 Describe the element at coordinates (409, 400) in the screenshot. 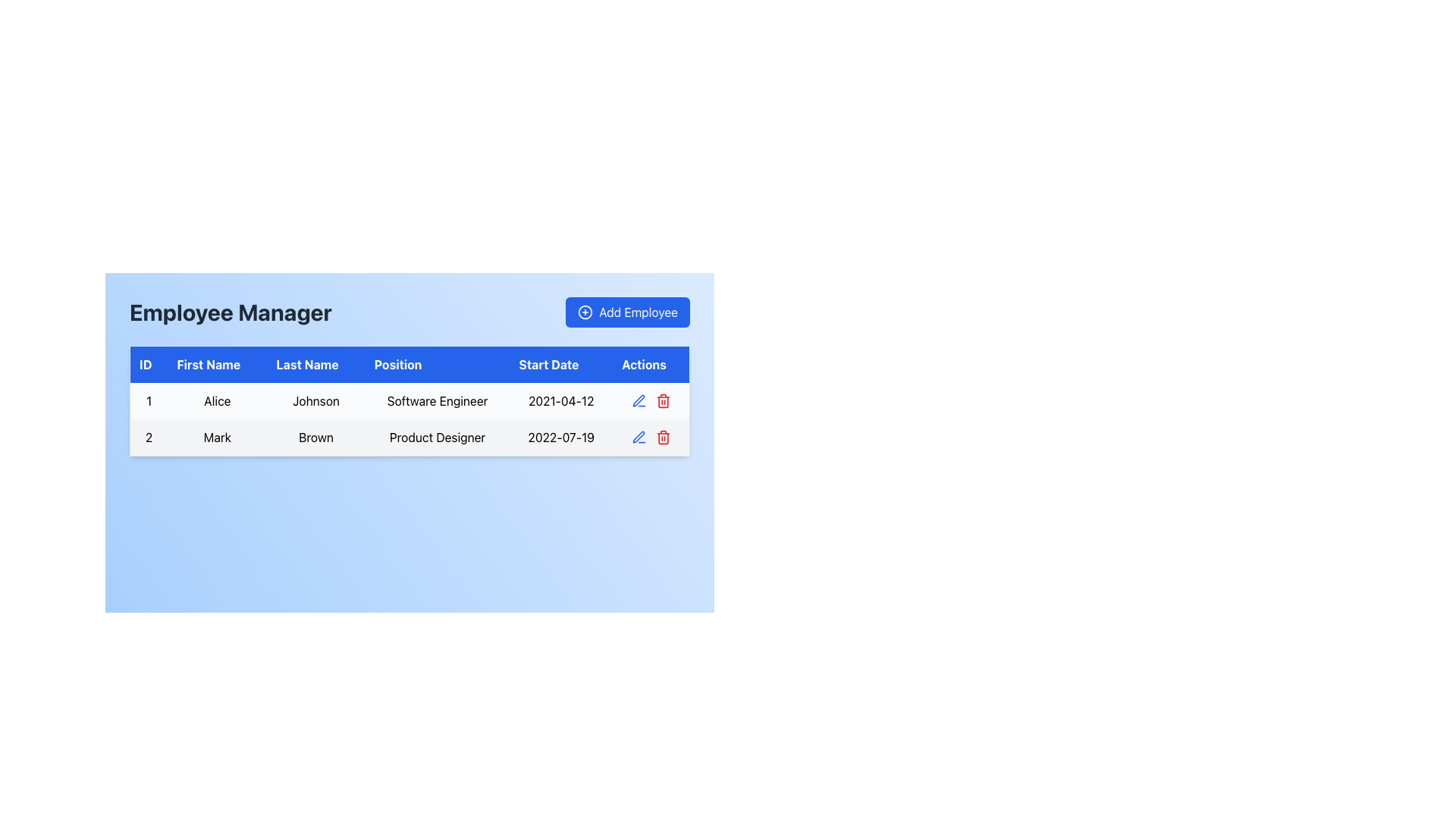

I see `the first row in the employee details table that presents information for '1 Alice Johnson', including action buttons for editing and deleting` at that location.